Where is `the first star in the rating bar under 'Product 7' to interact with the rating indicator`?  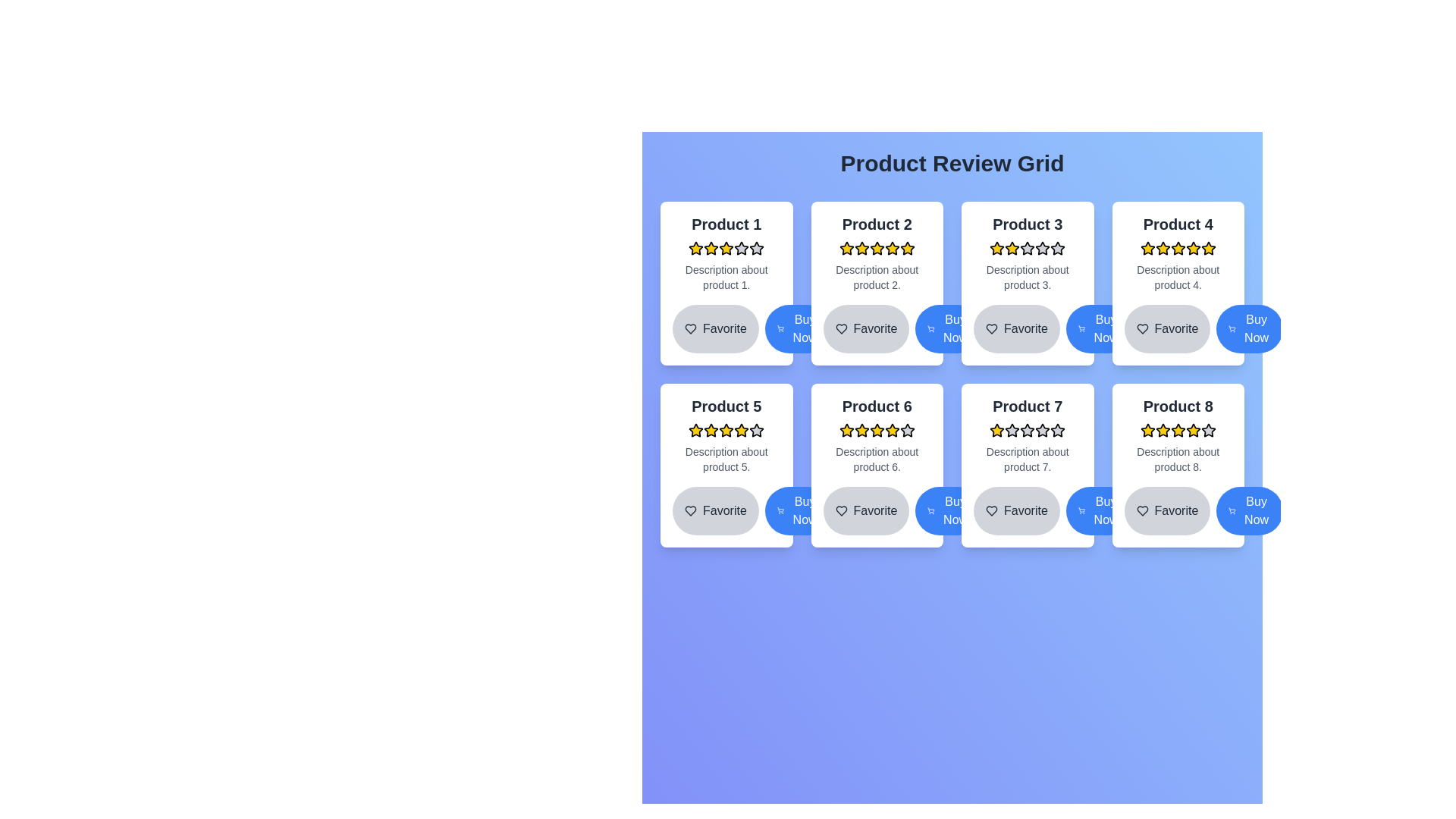 the first star in the rating bar under 'Product 7' to interact with the rating indicator is located at coordinates (997, 430).